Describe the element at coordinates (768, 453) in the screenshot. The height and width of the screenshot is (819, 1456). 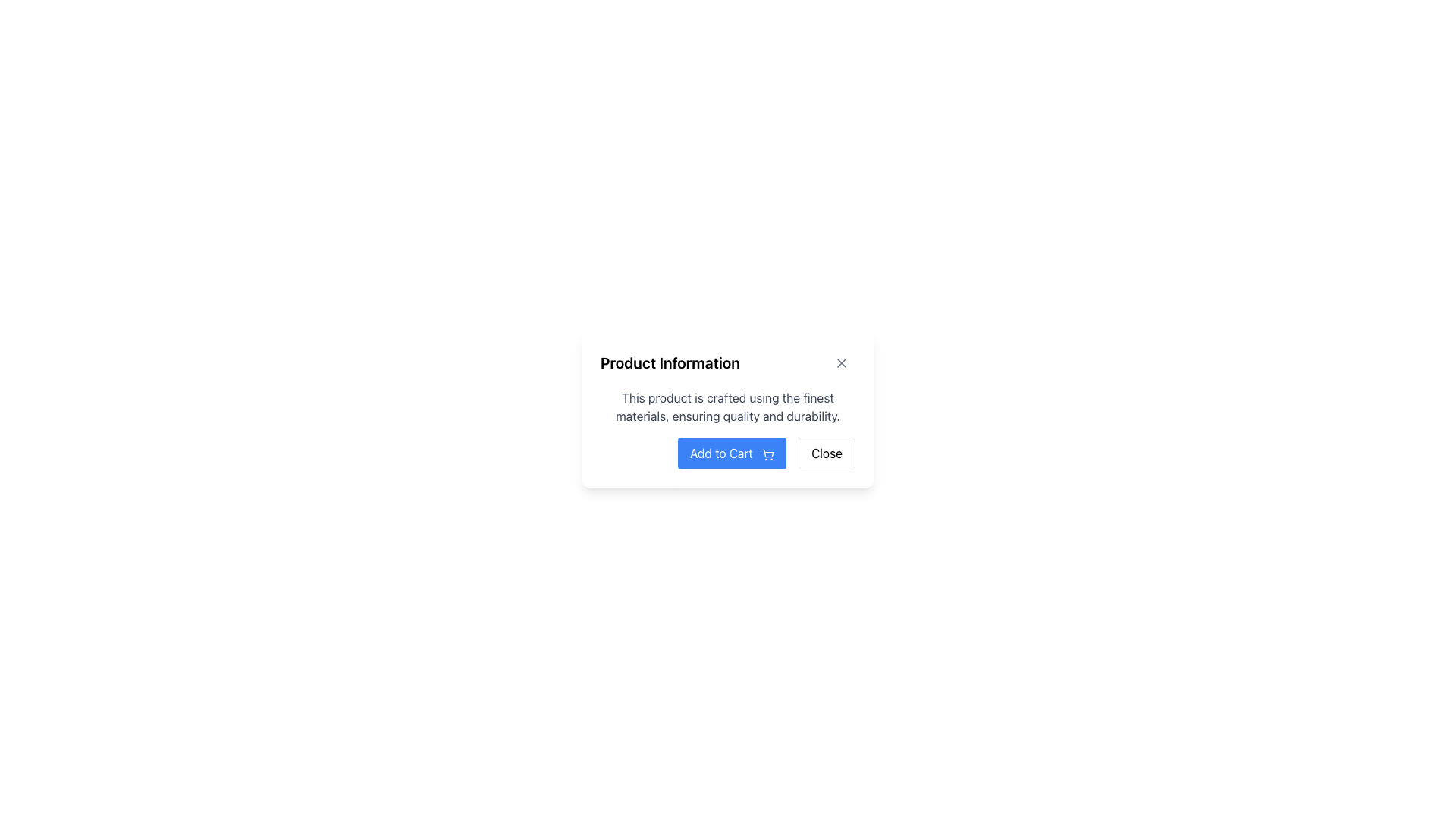
I see `the shopping cart icon located to the right of the 'Add to Cart' button in the modal dialog` at that location.